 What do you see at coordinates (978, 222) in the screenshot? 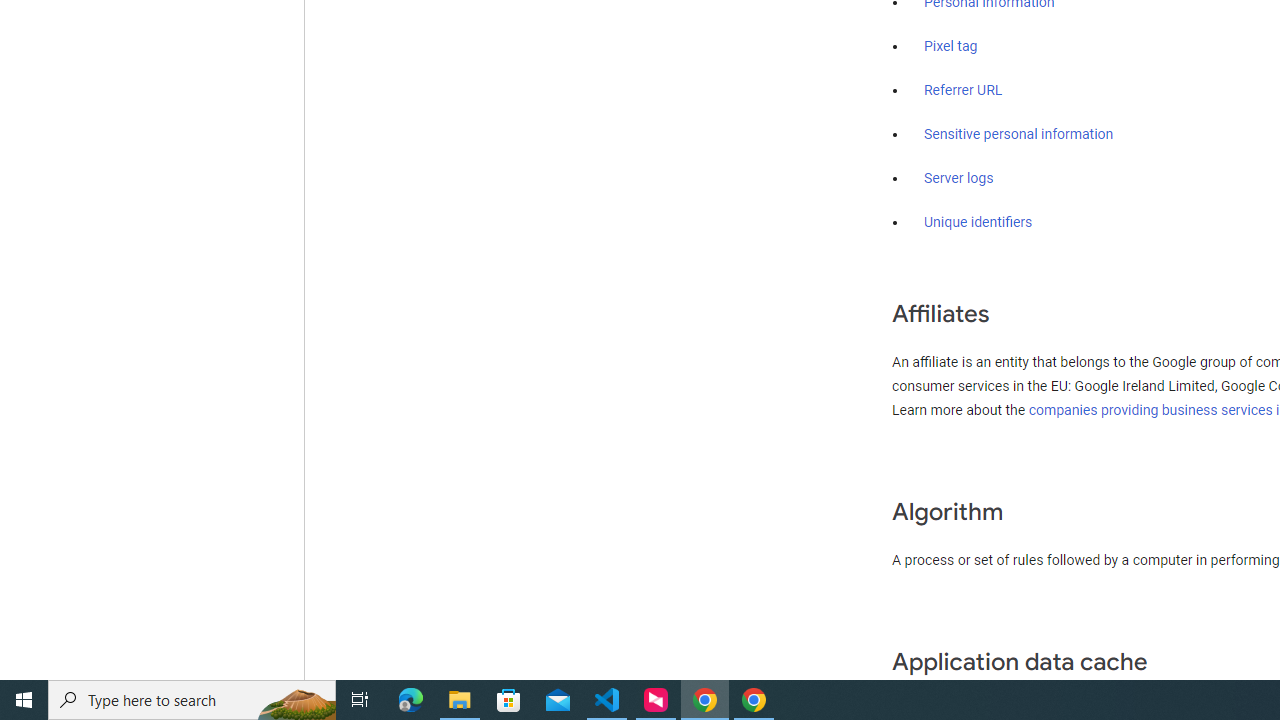
I see `'Unique identifiers'` at bounding box center [978, 222].